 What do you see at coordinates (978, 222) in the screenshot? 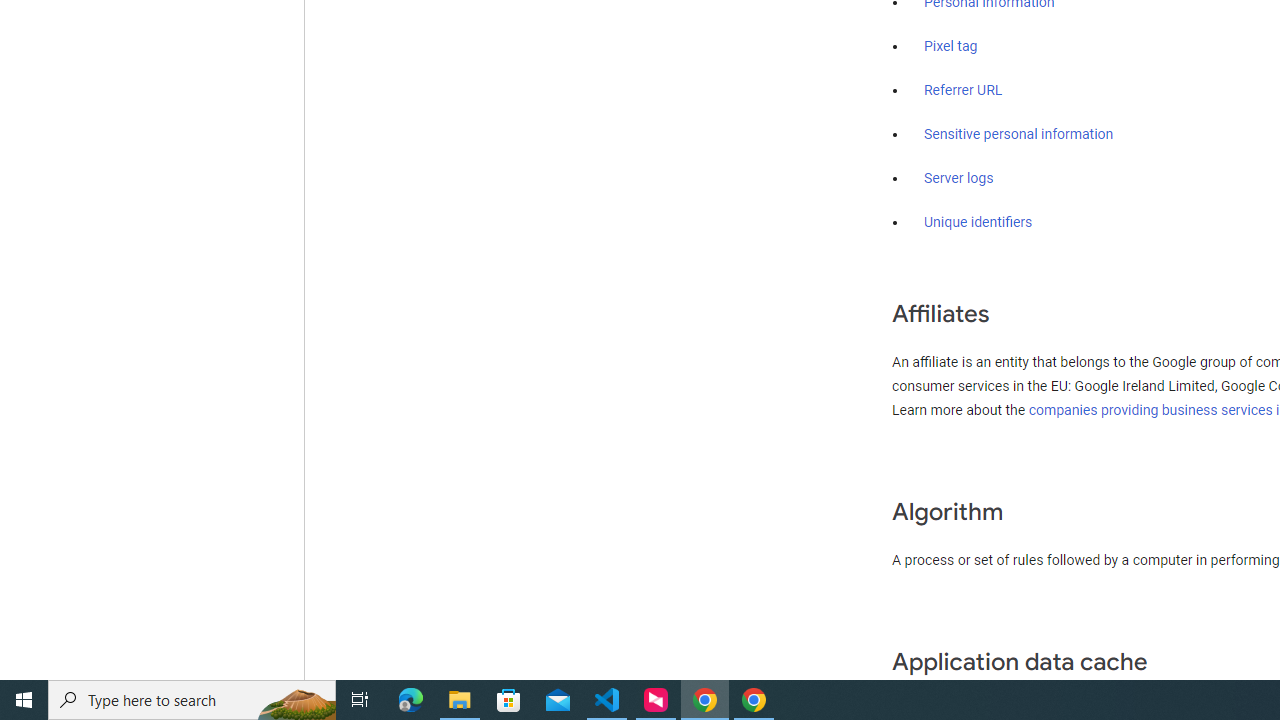
I see `'Unique identifiers'` at bounding box center [978, 222].